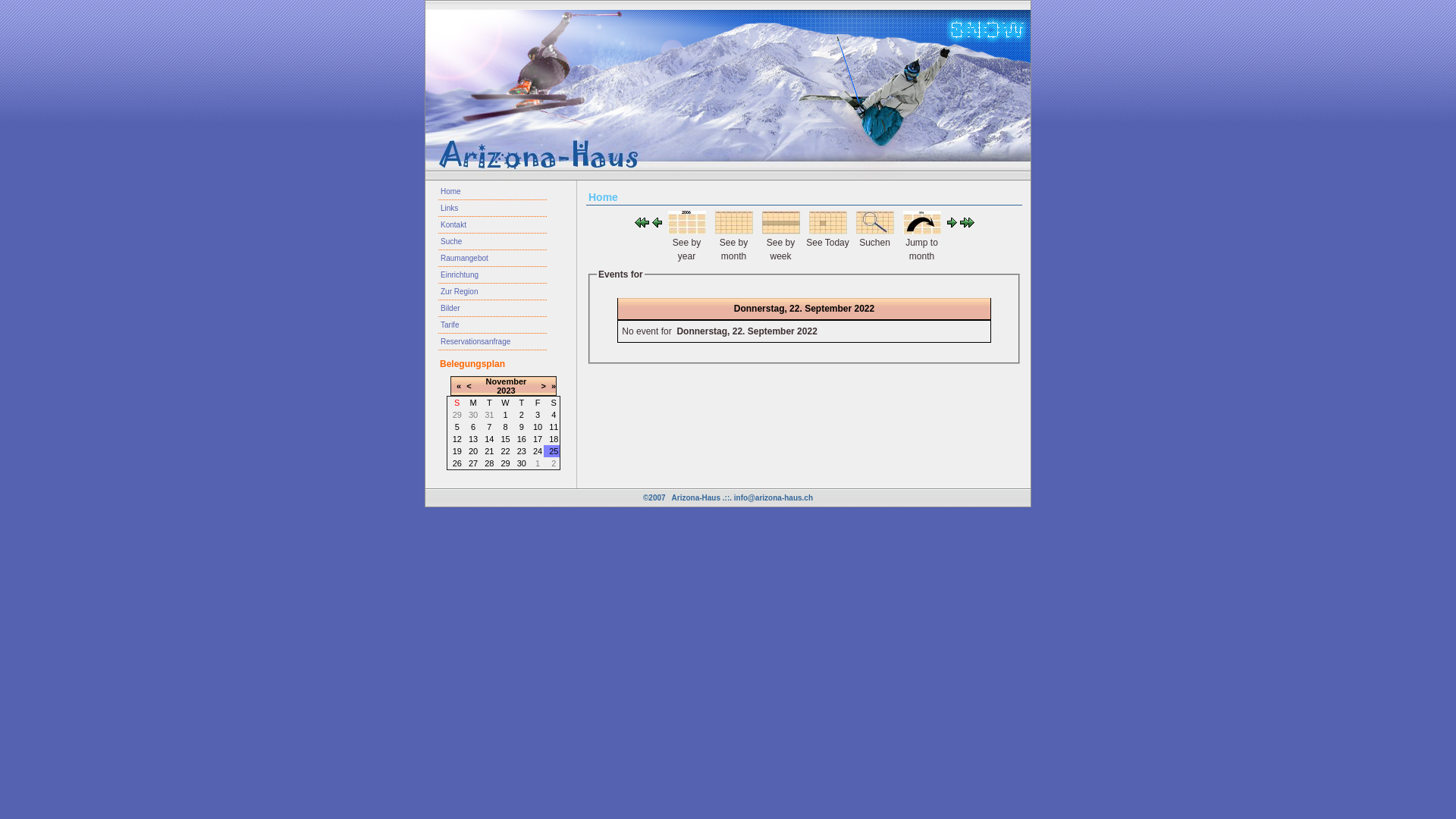 The image size is (1456, 819). Describe the element at coordinates (780, 231) in the screenshot. I see `'See by week'` at that location.